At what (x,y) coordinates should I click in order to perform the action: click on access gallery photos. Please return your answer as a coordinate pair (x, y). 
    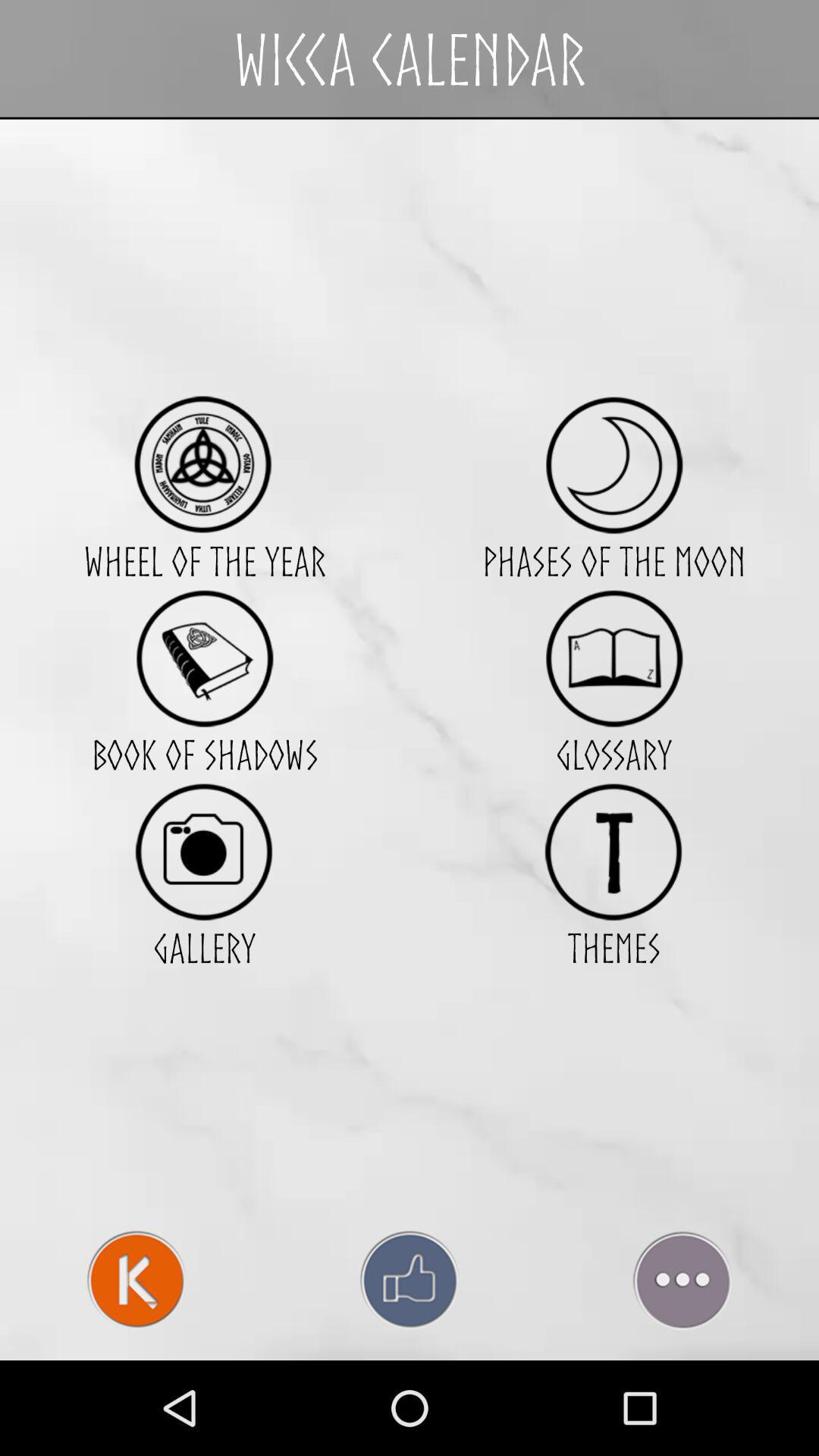
    Looking at the image, I should click on (203, 852).